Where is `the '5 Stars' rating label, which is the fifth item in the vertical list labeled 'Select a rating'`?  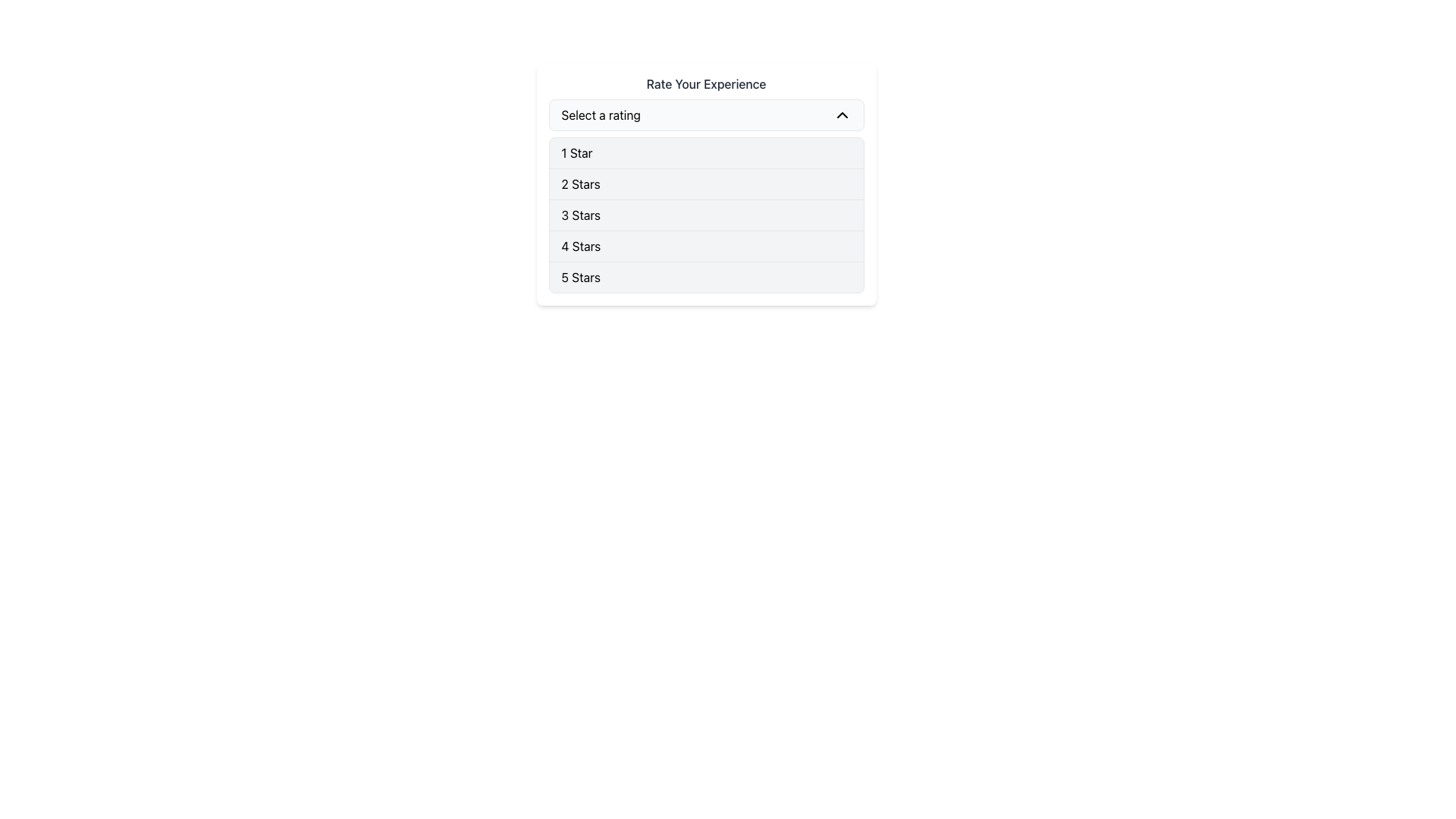 the '5 Stars' rating label, which is the fifth item in the vertical list labeled 'Select a rating' is located at coordinates (580, 278).